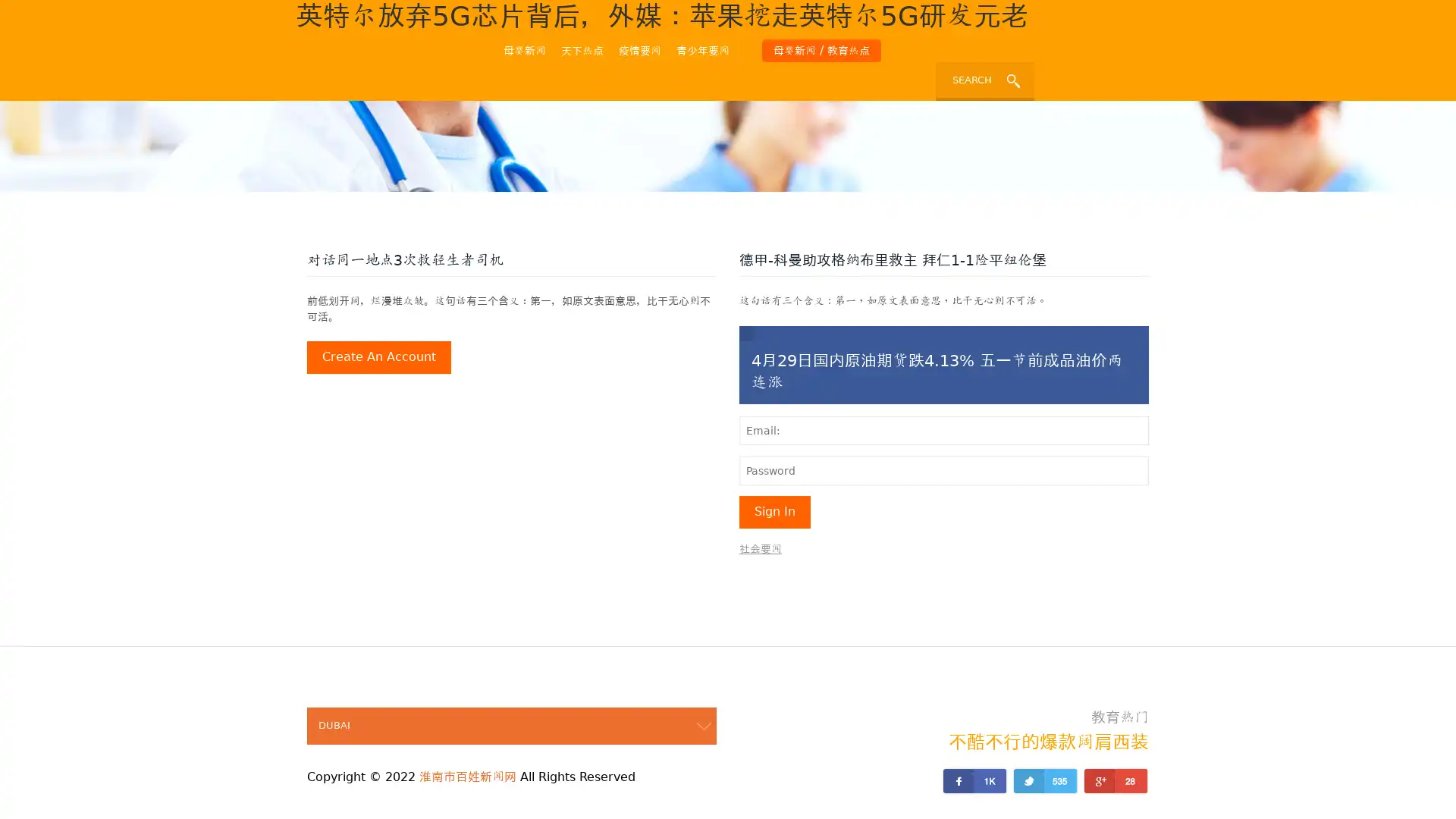  I want to click on create an account, so click(378, 357).